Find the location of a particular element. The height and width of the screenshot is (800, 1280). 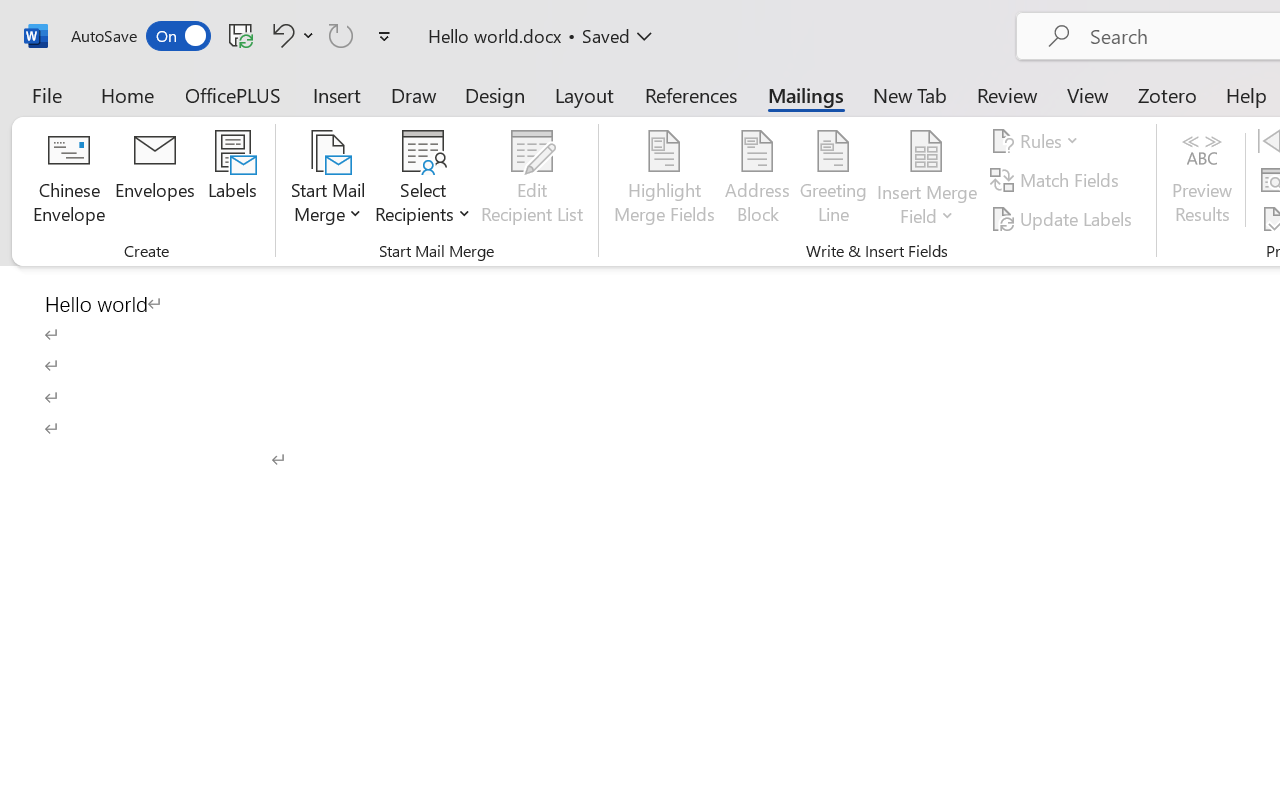

'Save' is located at coordinates (240, 34).